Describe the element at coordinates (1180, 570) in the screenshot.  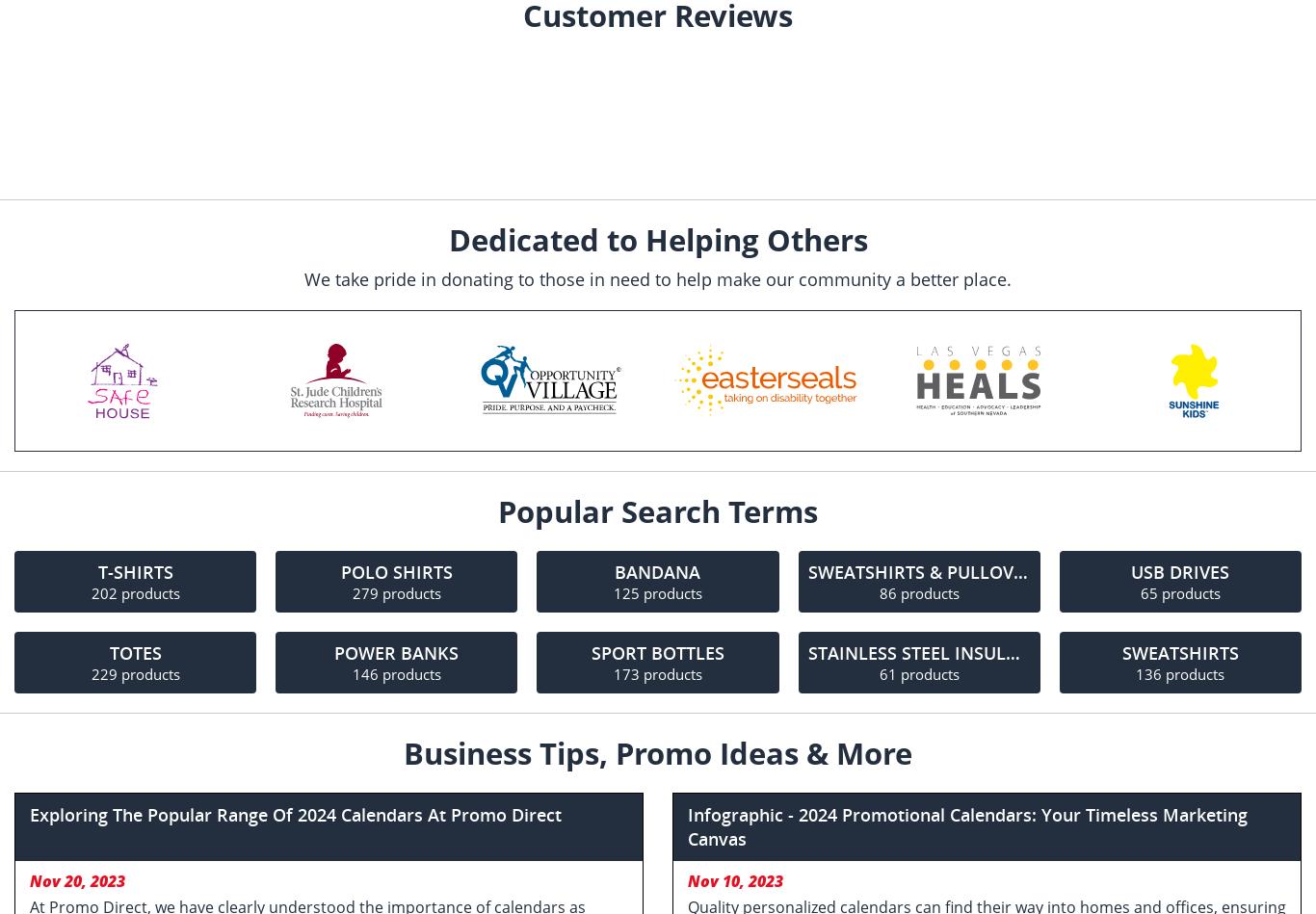
I see `'USB Drives'` at that location.